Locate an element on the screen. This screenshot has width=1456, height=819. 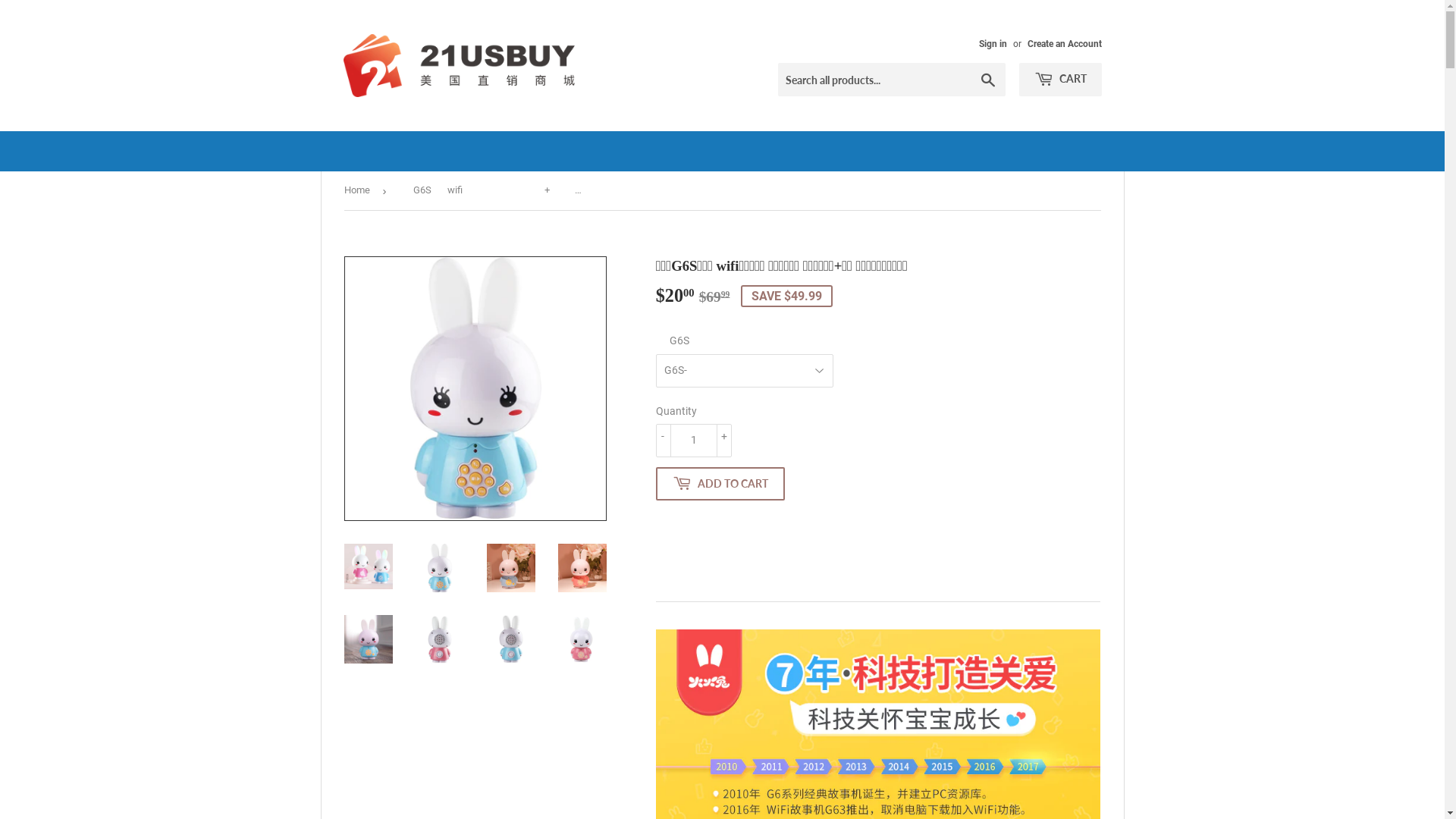
'Home' is located at coordinates (359, 190).